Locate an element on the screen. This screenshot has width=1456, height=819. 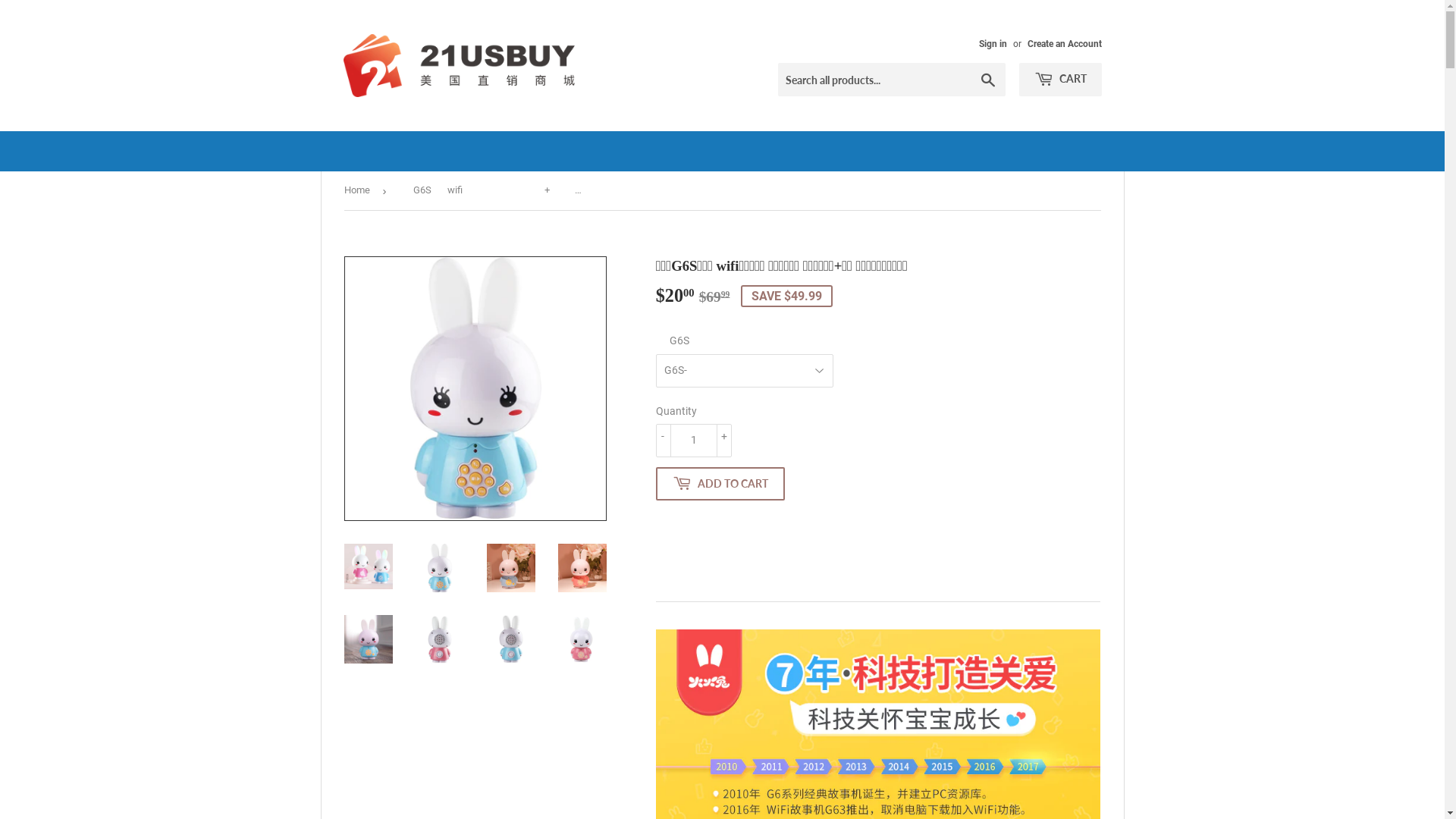
'Home' is located at coordinates (359, 190).